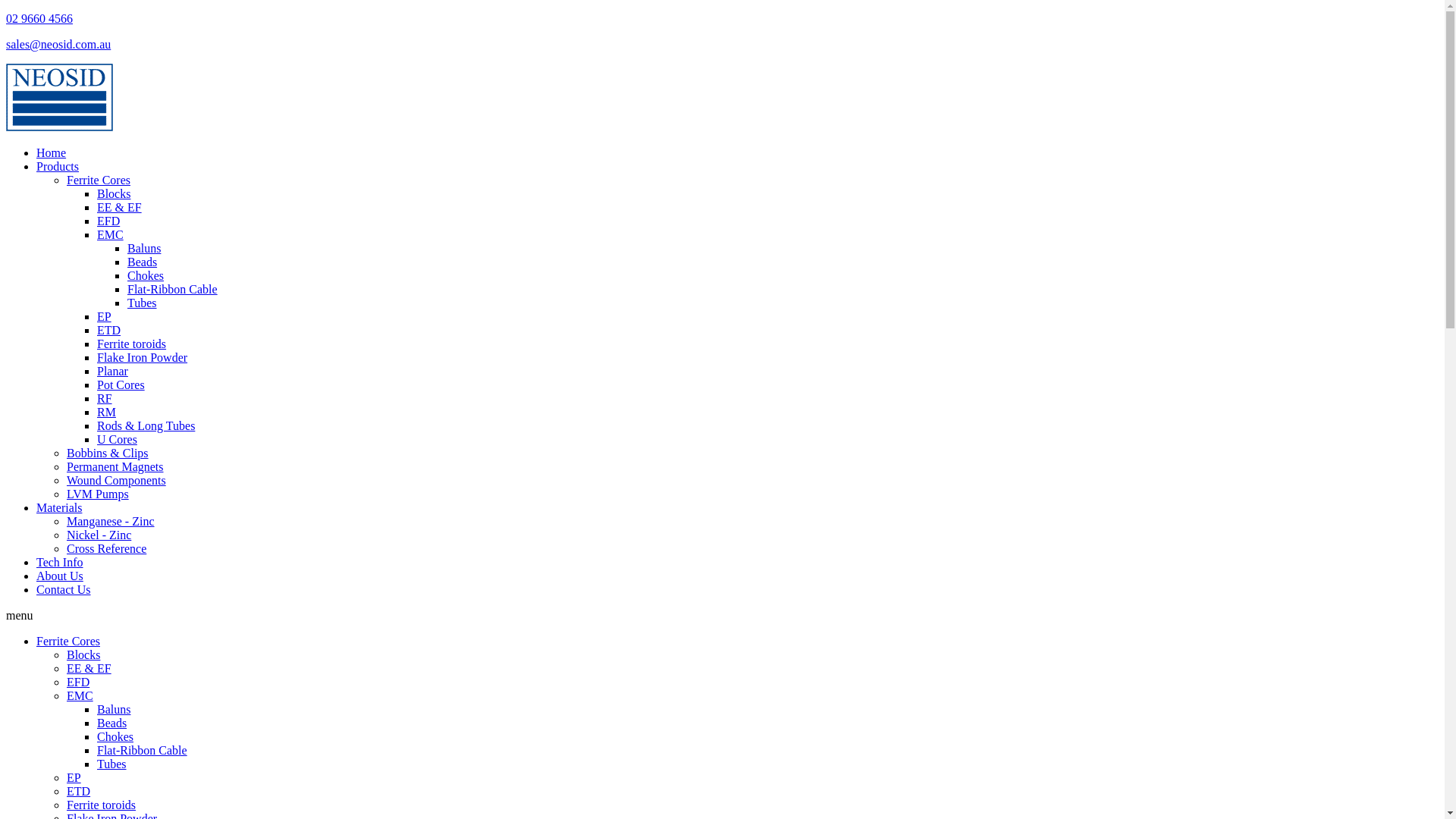 Image resolution: width=1456 pixels, height=819 pixels. Describe the element at coordinates (144, 247) in the screenshot. I see `'Baluns'` at that location.